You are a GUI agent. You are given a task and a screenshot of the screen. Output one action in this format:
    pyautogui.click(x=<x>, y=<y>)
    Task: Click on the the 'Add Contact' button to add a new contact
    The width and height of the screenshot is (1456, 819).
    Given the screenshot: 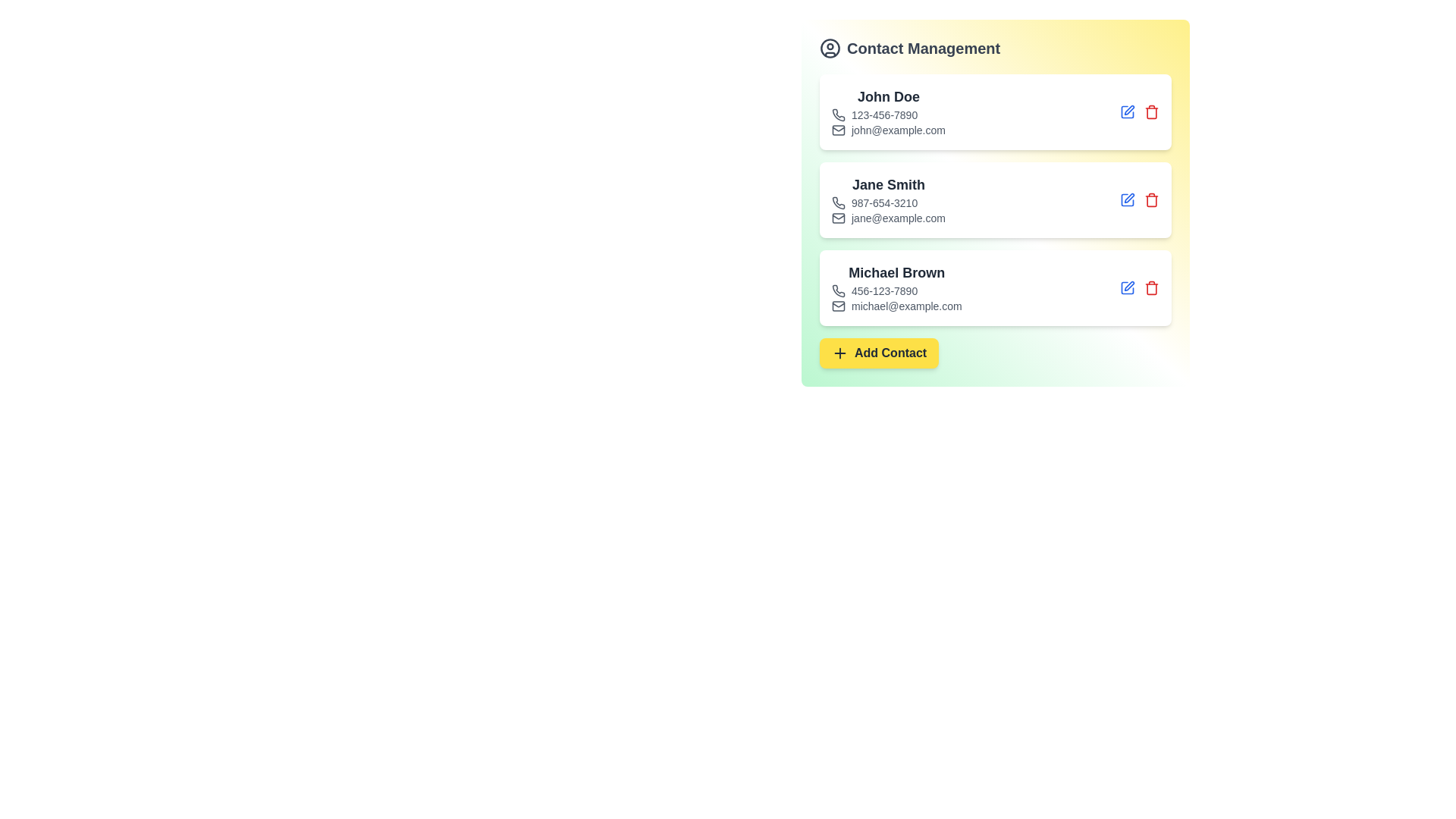 What is the action you would take?
    pyautogui.click(x=878, y=353)
    